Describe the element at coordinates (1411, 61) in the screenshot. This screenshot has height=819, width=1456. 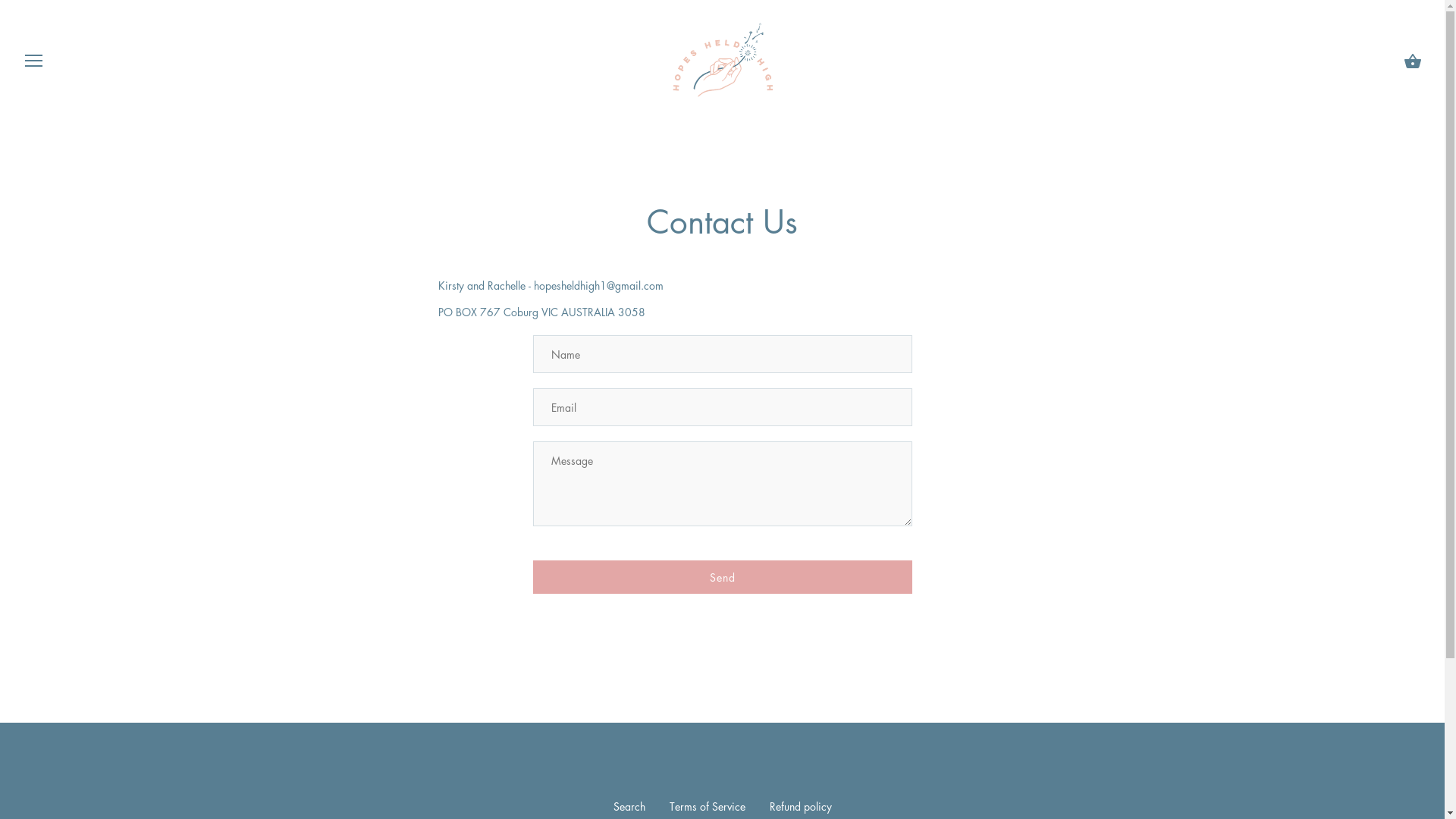
I see `'Cart'` at that location.